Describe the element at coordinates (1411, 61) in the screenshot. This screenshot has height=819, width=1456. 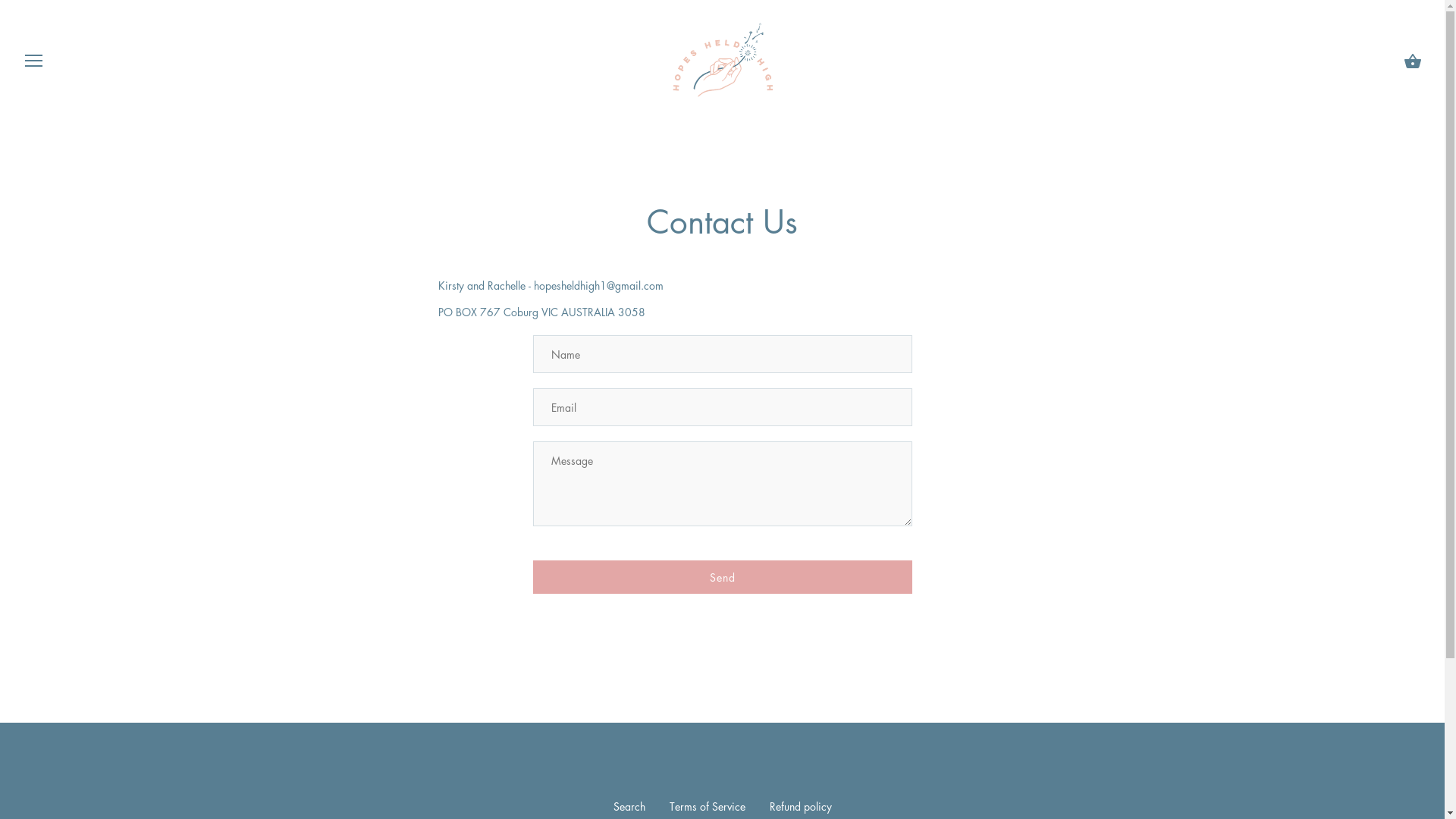
I see `'Cart'` at that location.